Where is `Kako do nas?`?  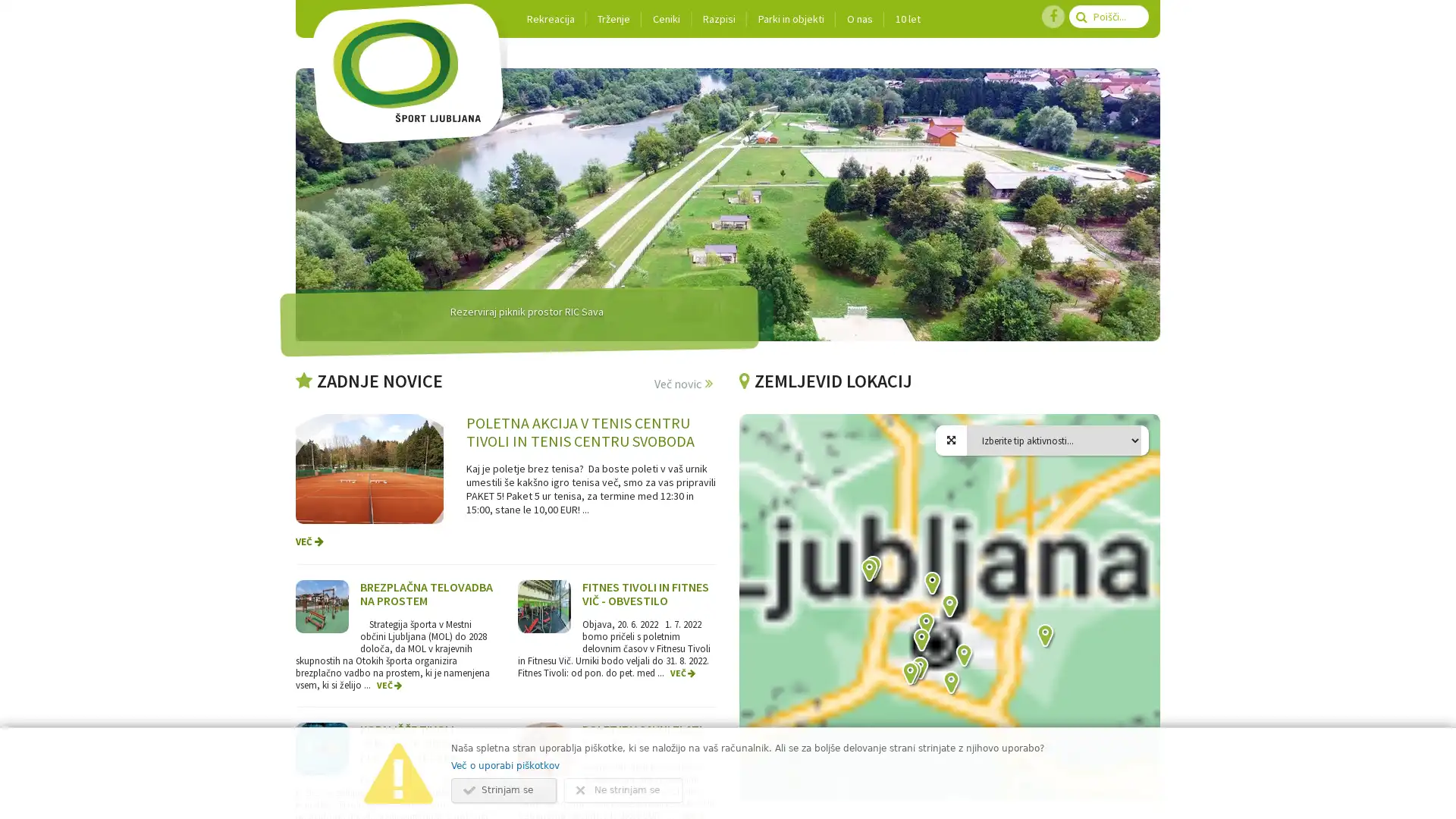
Kako do nas? is located at coordinates (868, 571).